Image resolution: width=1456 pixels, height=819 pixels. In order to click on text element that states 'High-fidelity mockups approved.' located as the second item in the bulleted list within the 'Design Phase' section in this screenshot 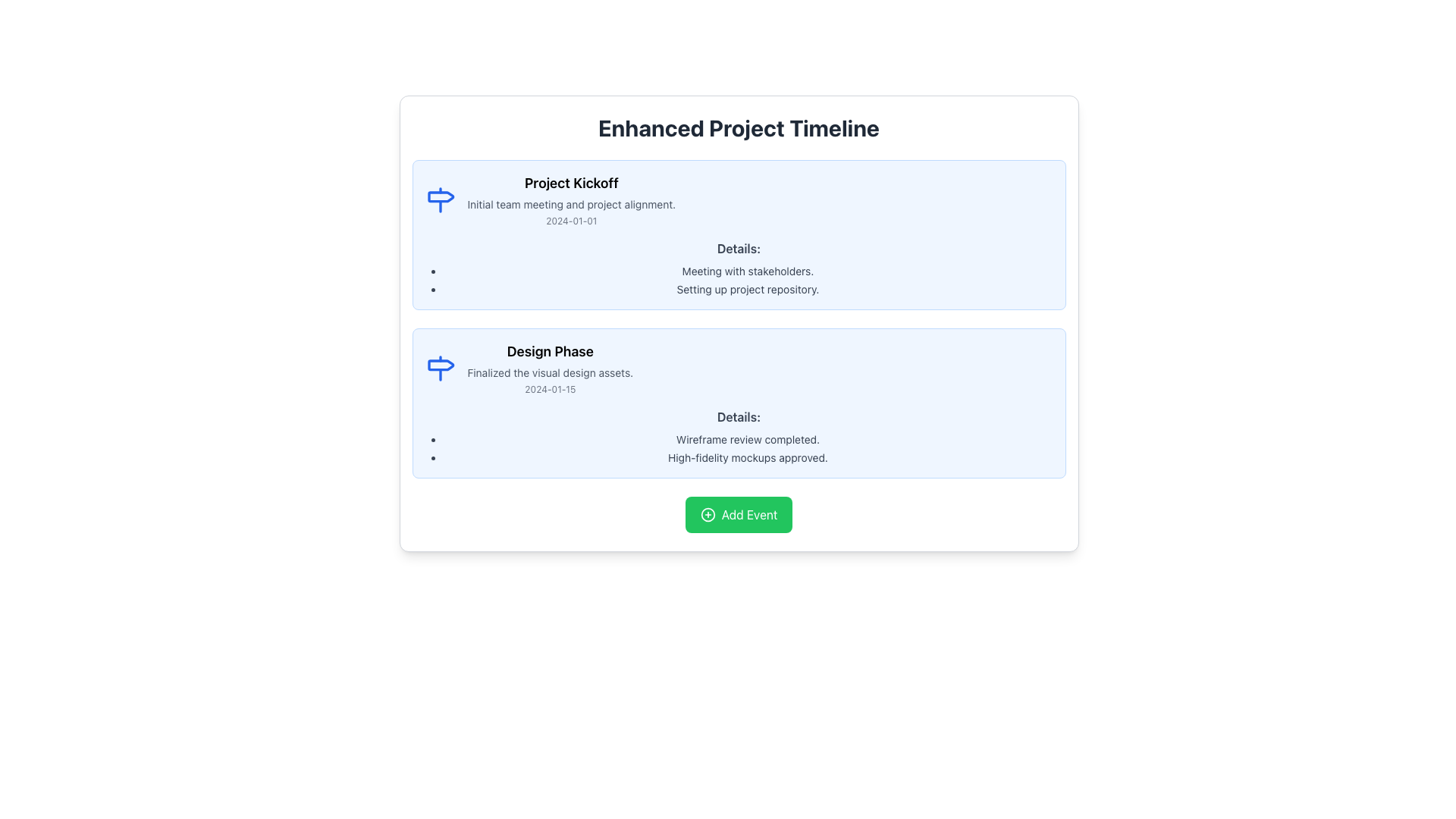, I will do `click(748, 457)`.